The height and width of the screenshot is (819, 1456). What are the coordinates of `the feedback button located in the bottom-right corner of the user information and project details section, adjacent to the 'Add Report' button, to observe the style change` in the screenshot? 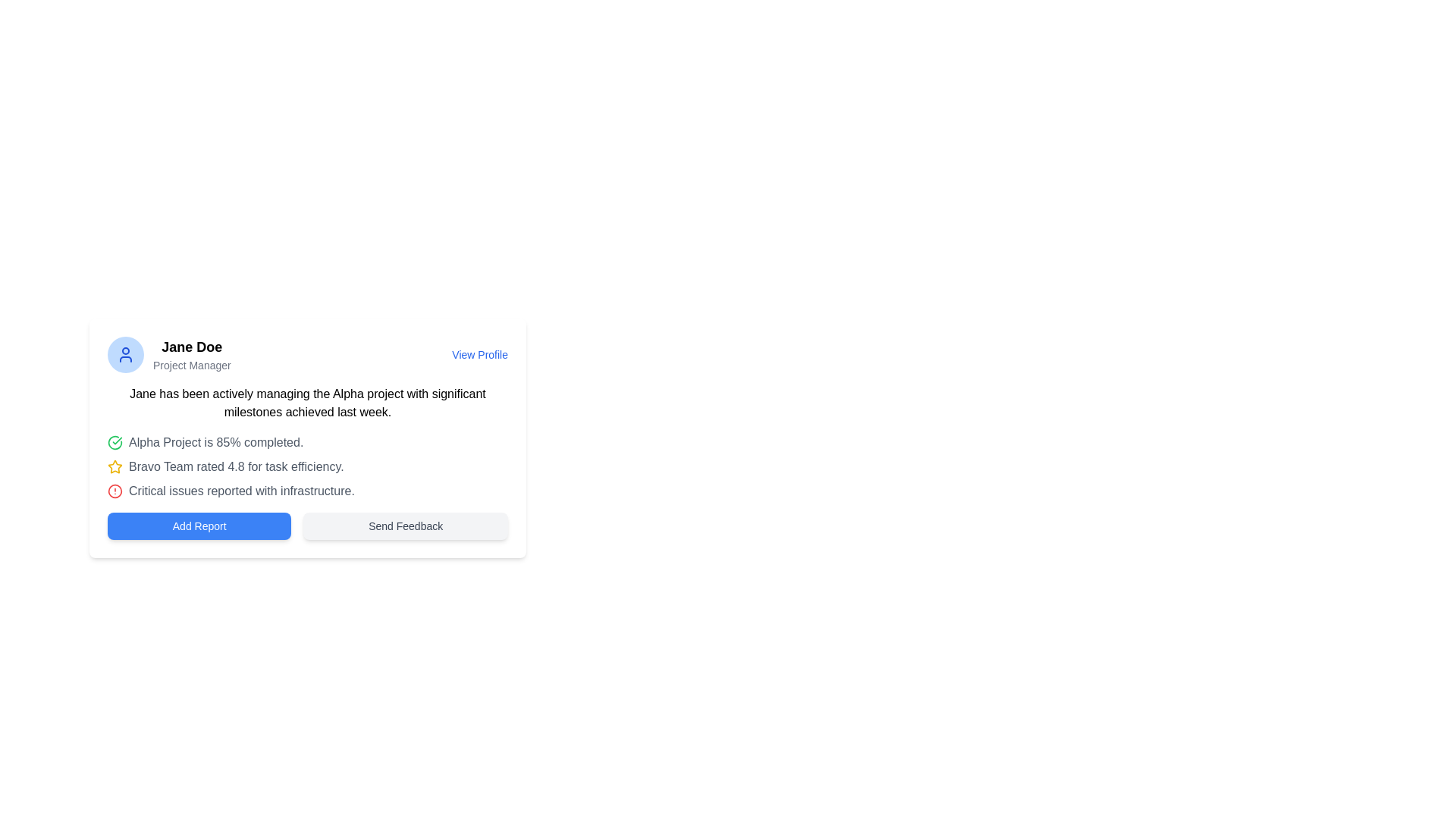 It's located at (406, 526).